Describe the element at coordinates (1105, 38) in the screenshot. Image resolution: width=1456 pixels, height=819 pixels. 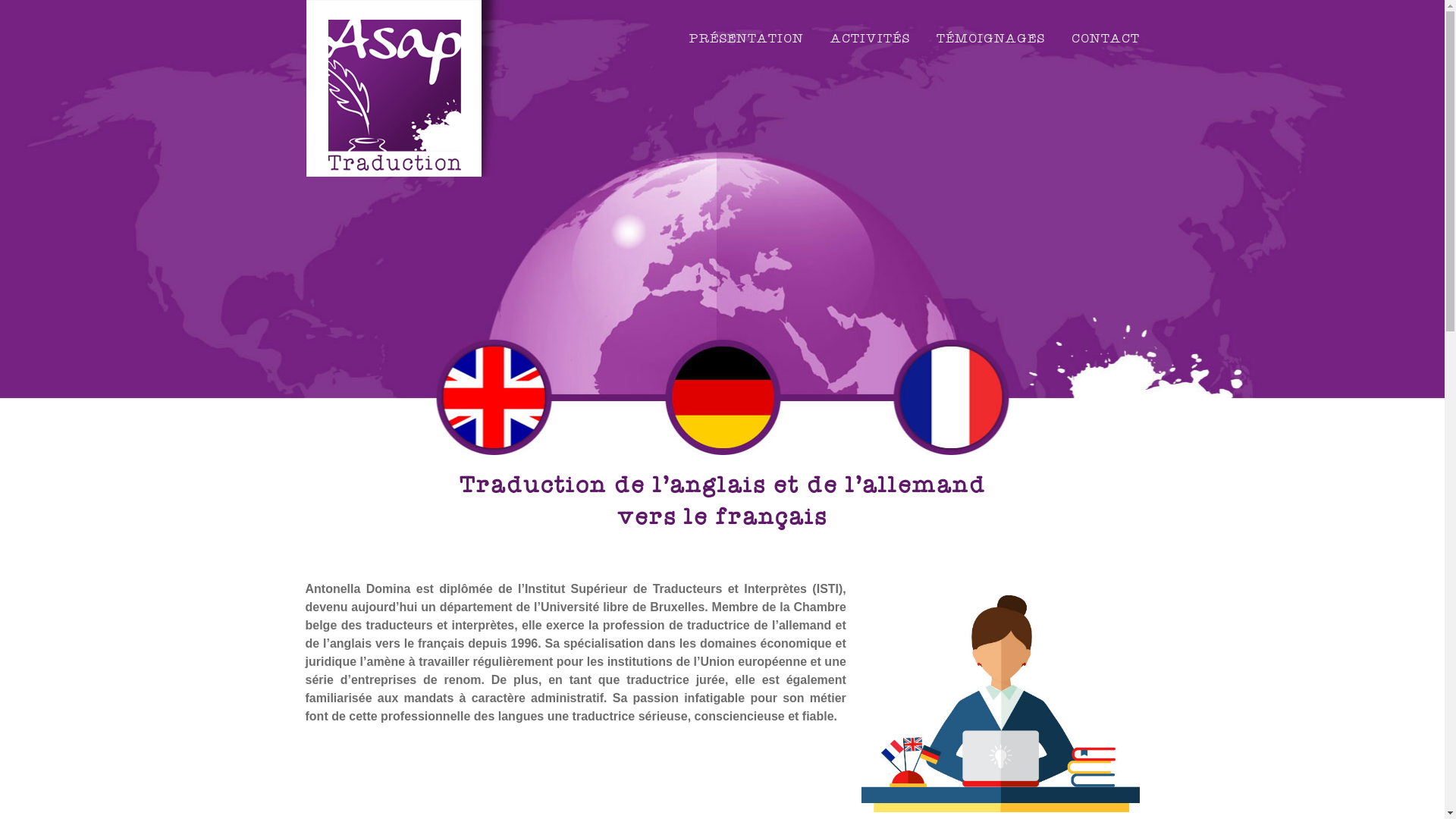
I see `'CONTACT'` at that location.